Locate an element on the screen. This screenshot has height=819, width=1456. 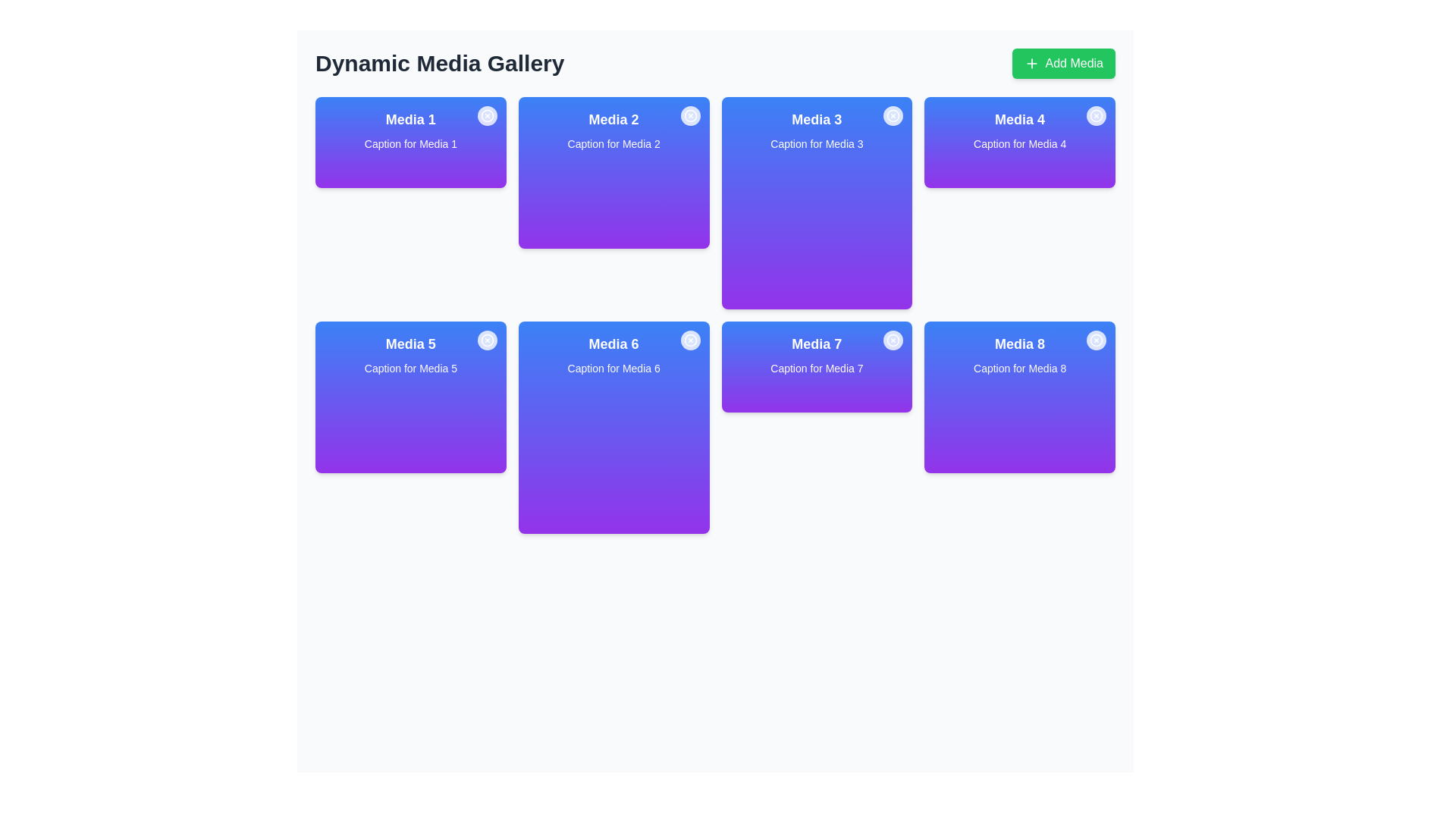
title and caption information from the media item represented by the Card located at the bottom-right of the grid layout, identified as the eighth card is located at coordinates (1020, 397).